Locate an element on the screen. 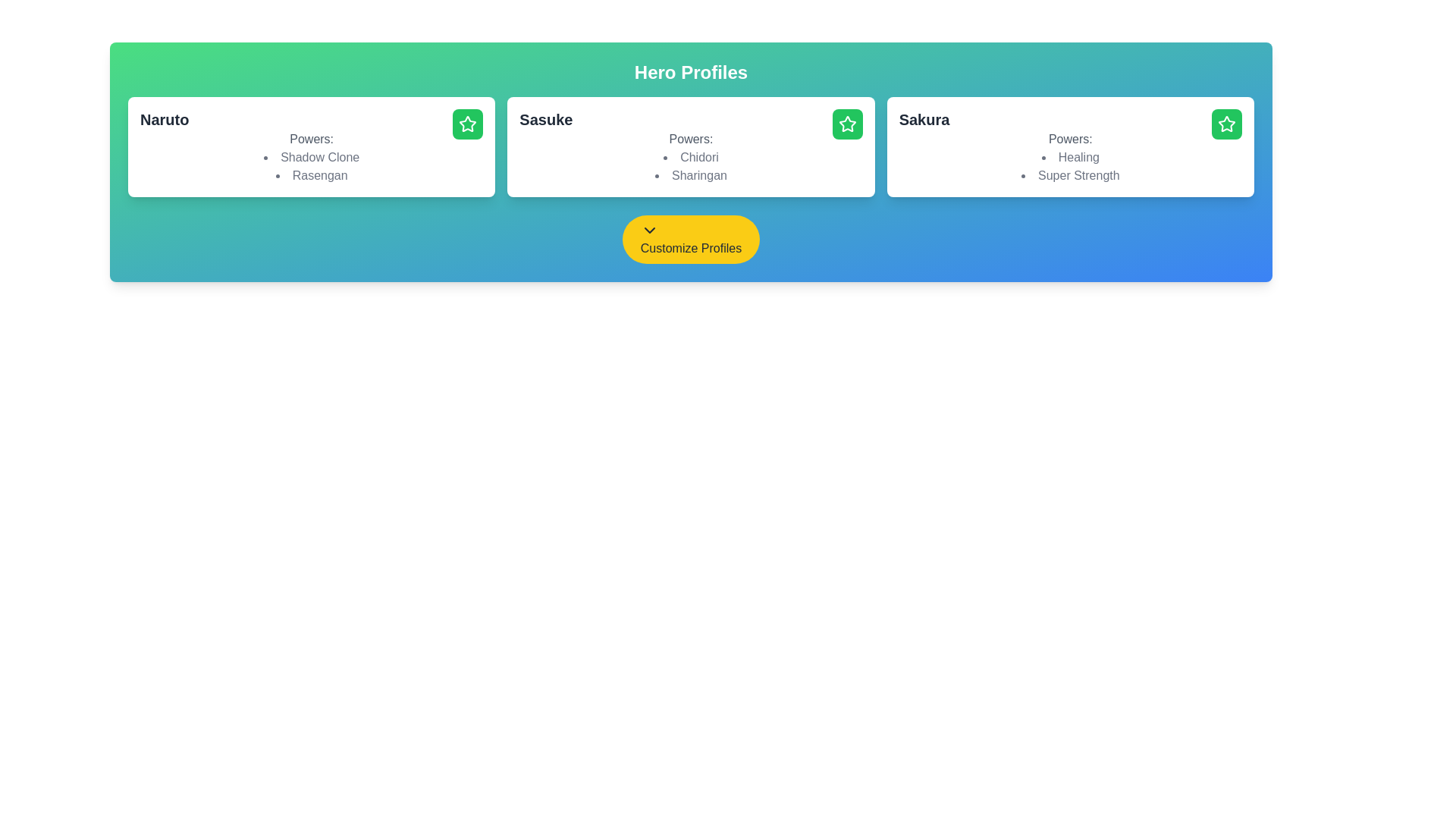 Image resolution: width=1456 pixels, height=819 pixels. the leftmost icon of the yellow rounded button labeled 'Customize Profiles' is located at coordinates (649, 231).